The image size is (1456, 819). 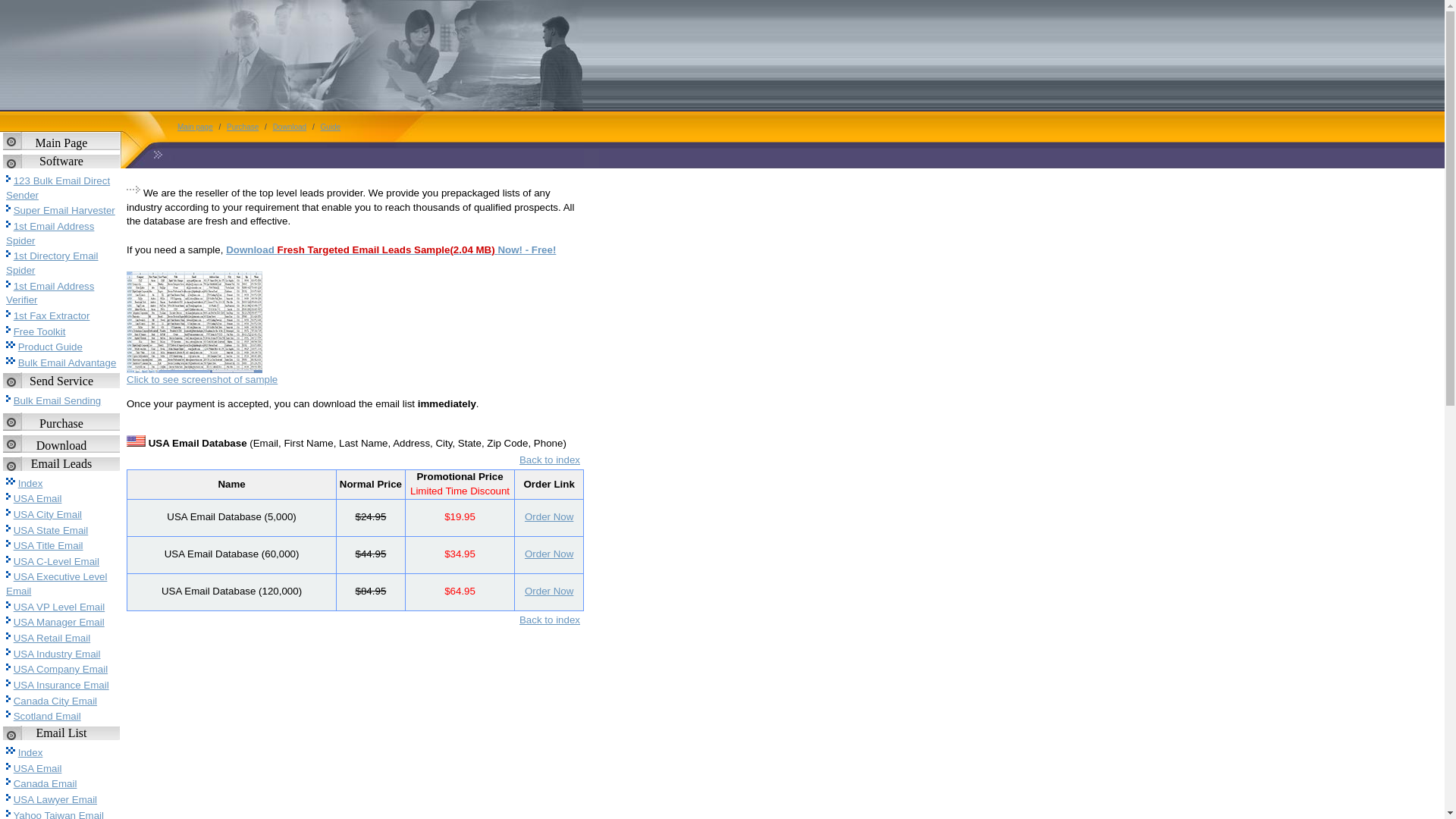 I want to click on 'Guide', so click(x=329, y=126).